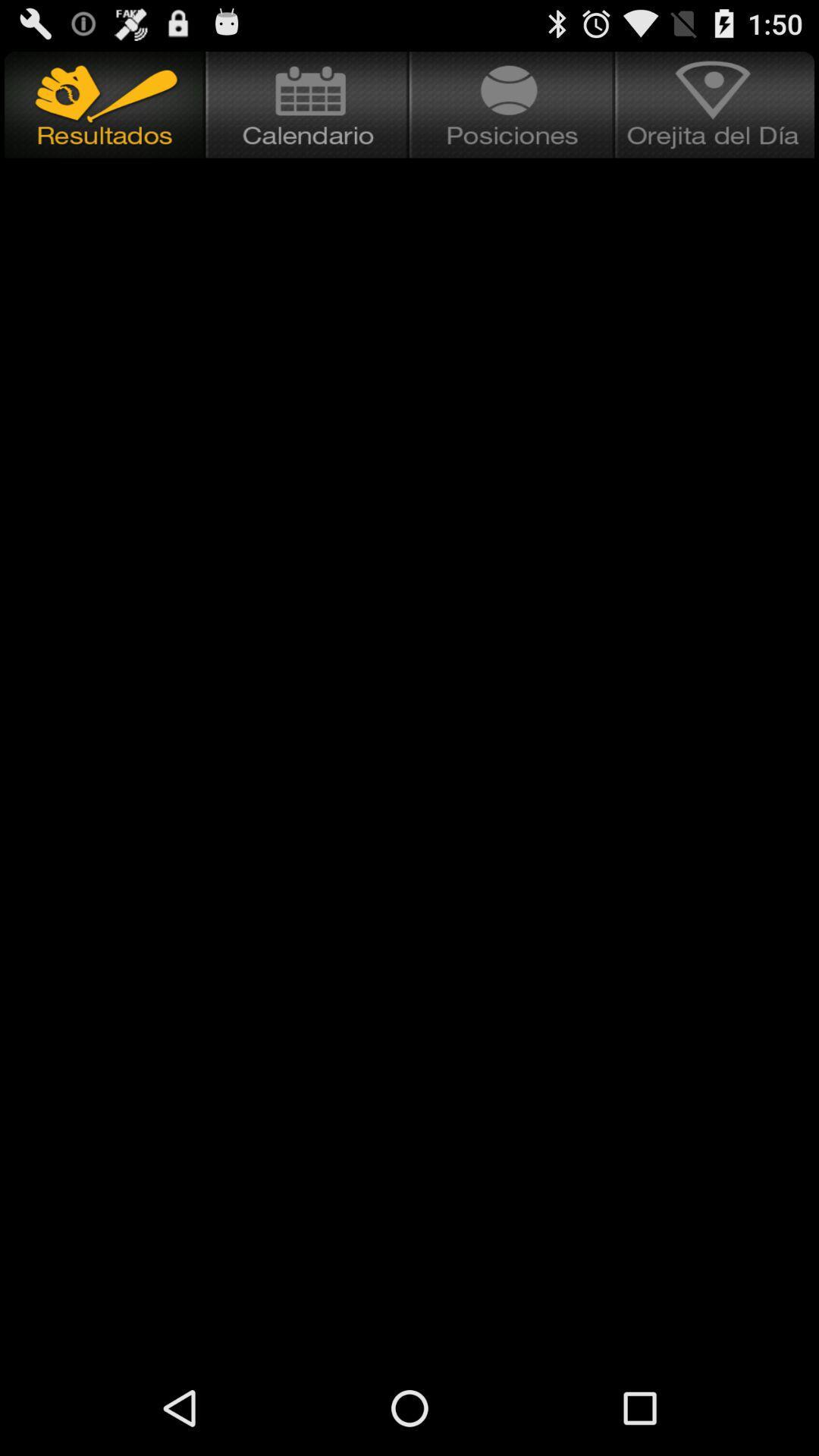  Describe the element at coordinates (409, 711) in the screenshot. I see `the icon at the center` at that location.